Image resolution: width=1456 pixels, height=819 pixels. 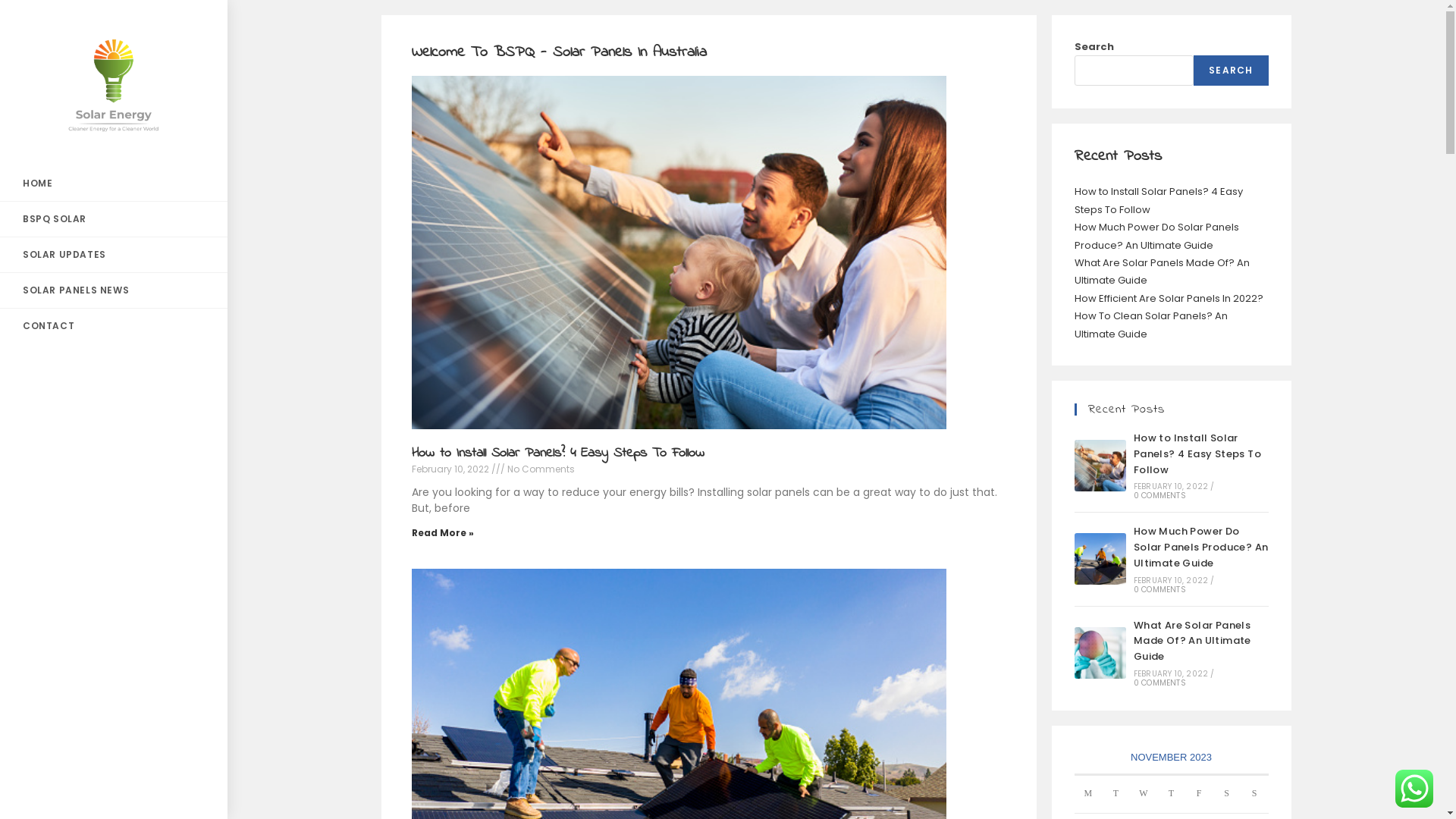 What do you see at coordinates (112, 290) in the screenshot?
I see `'SOLAR PANELS NEWS'` at bounding box center [112, 290].